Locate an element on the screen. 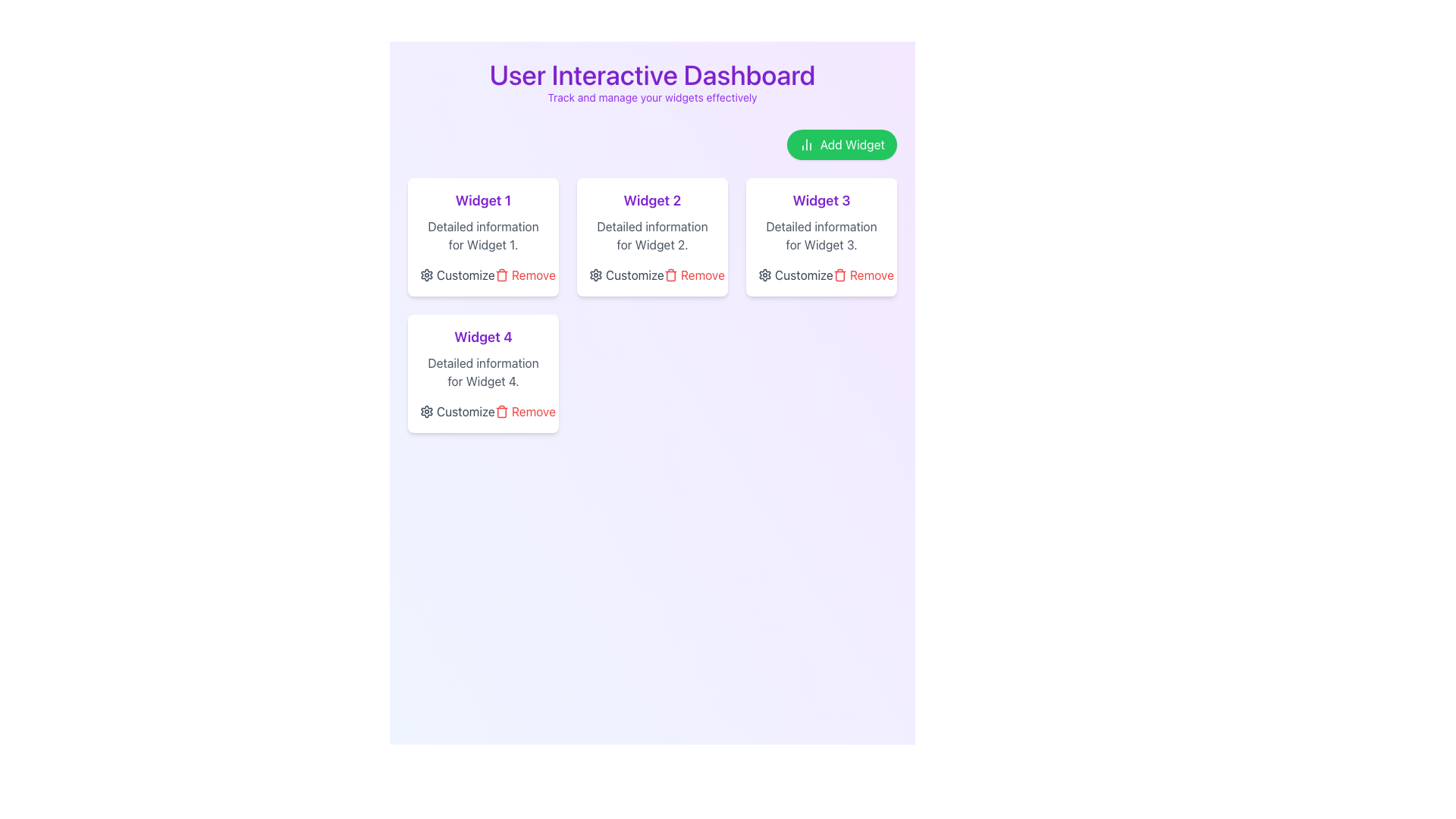 The image size is (1456, 819). the 'Customize' button for 'Widget 2' to change its color is located at coordinates (626, 275).